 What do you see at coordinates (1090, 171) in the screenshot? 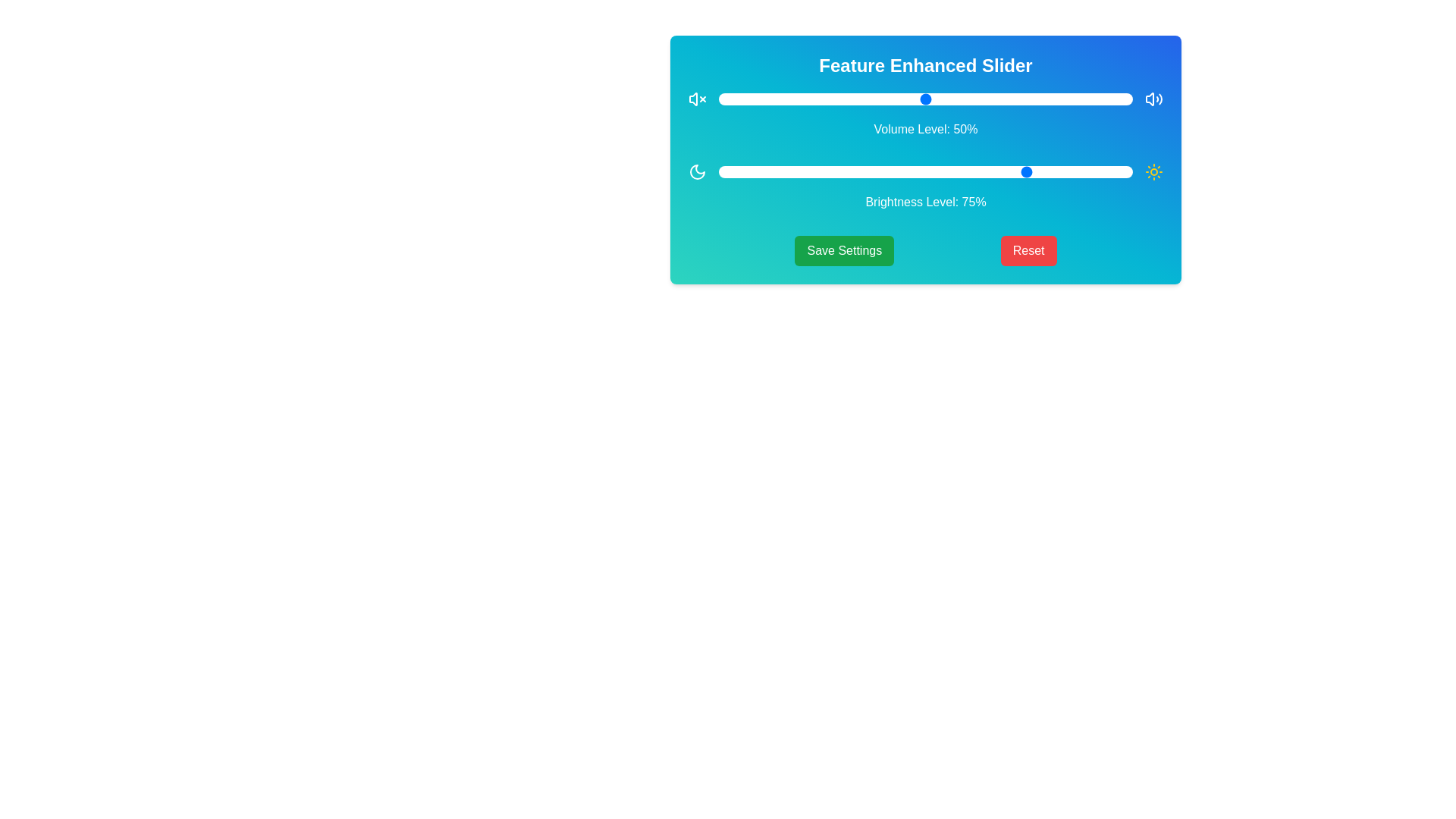
I see `brightness level` at bounding box center [1090, 171].